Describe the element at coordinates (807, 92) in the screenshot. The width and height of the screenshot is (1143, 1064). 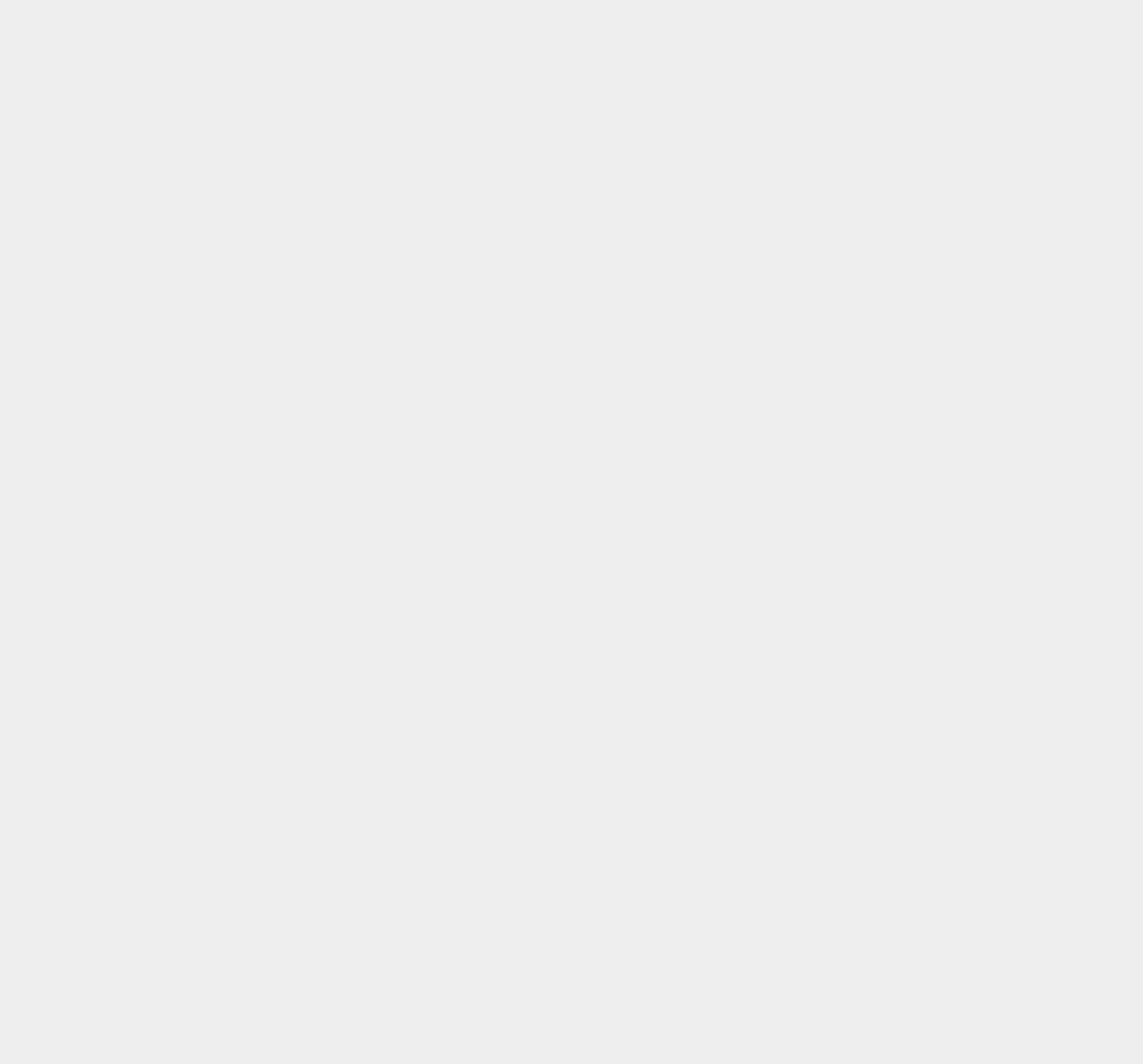
I see `'OS X Mountain Lion'` at that location.